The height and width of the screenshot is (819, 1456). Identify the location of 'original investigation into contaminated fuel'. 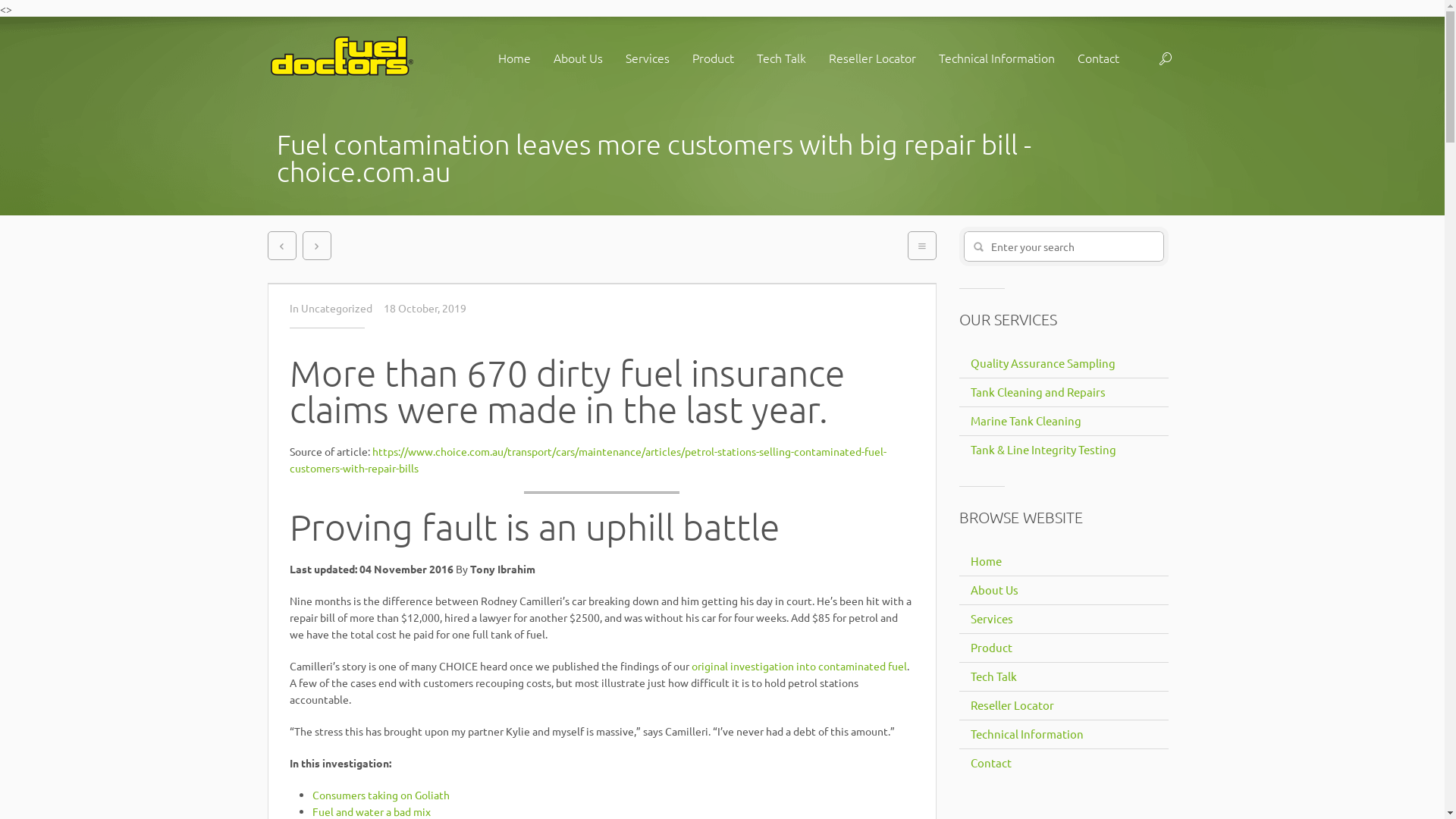
(799, 665).